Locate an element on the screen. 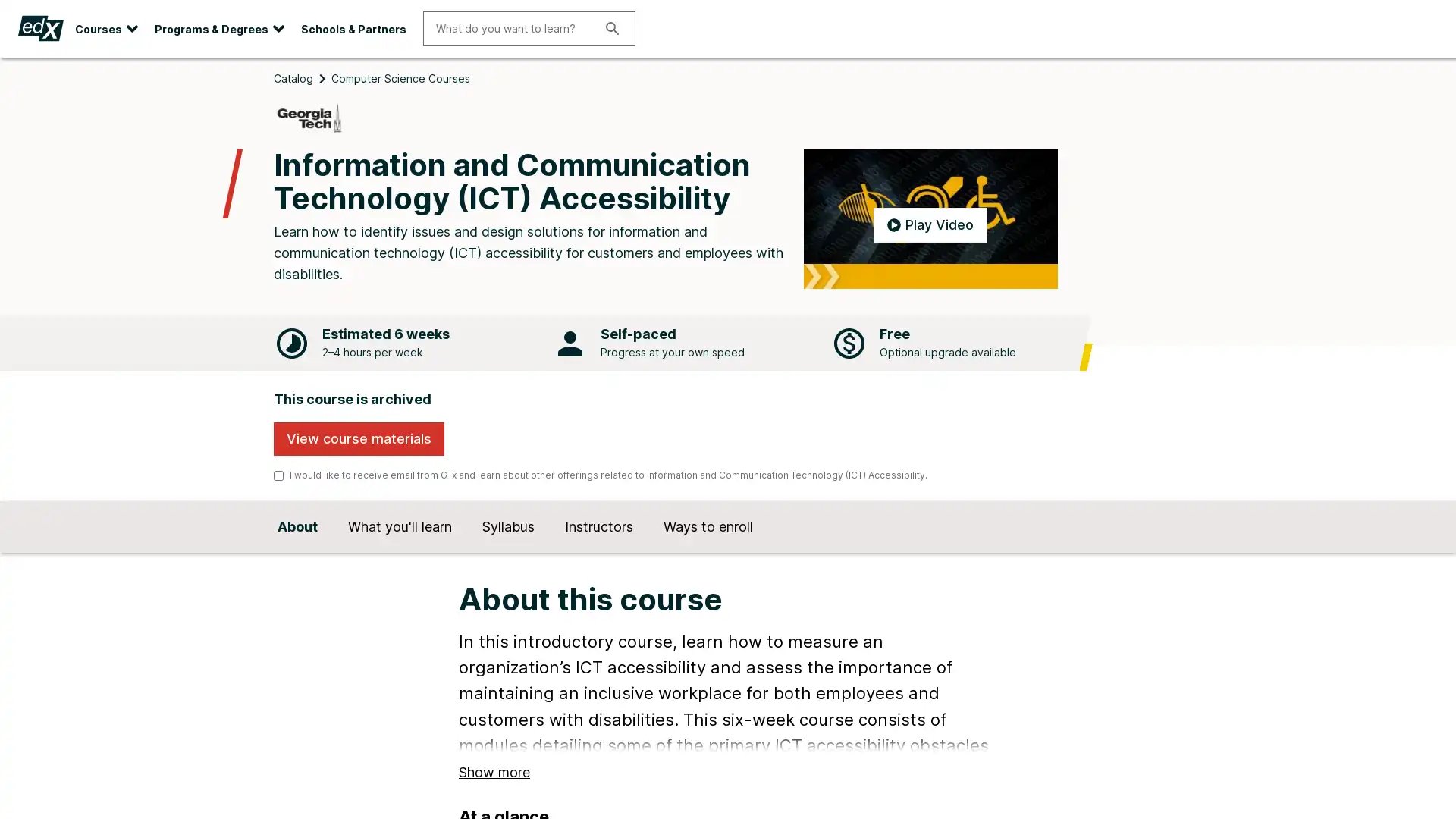  Close site banner. is located at coordinates (1438, 70).